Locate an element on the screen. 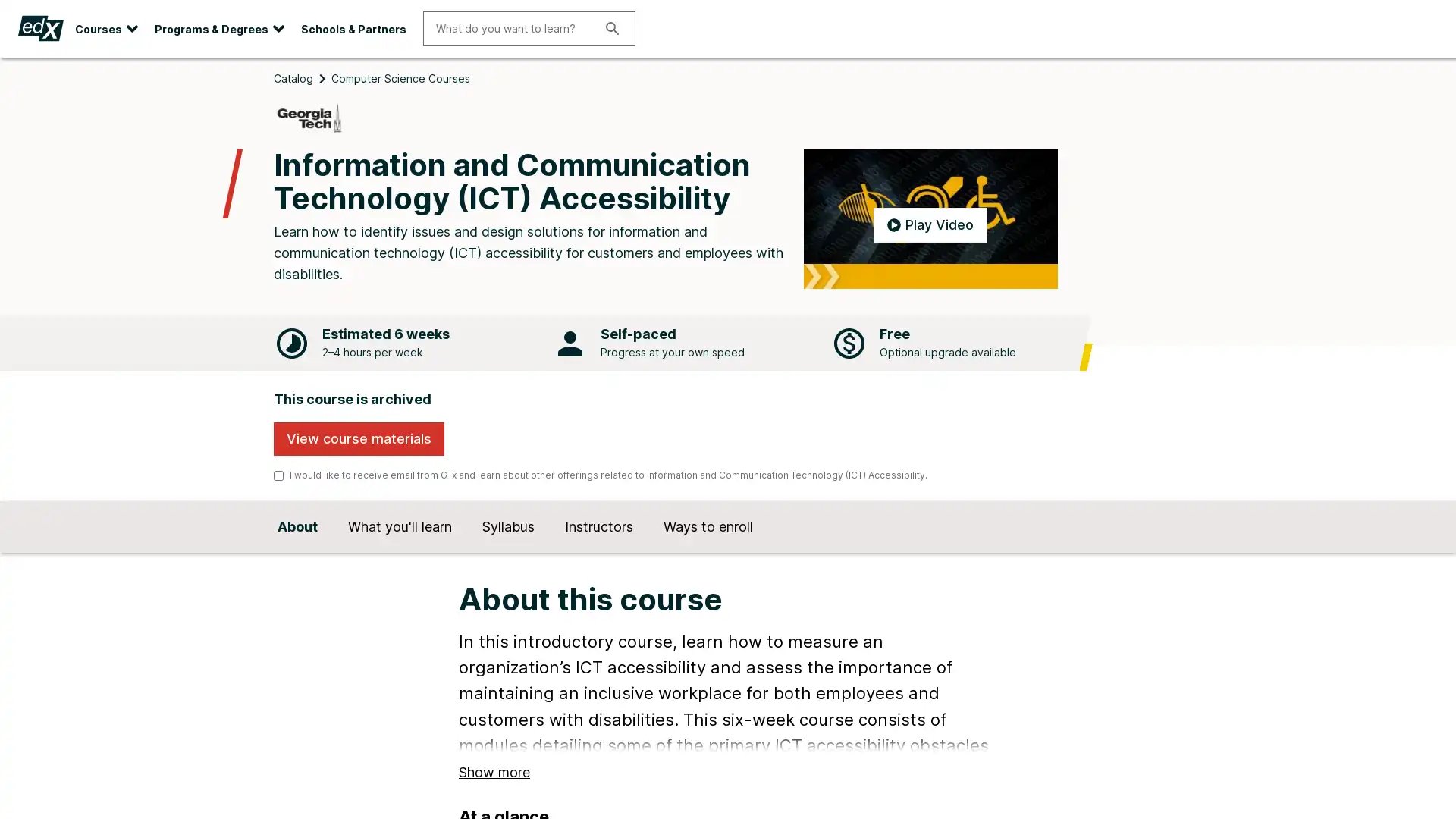  Close site banner. is located at coordinates (1438, 70).